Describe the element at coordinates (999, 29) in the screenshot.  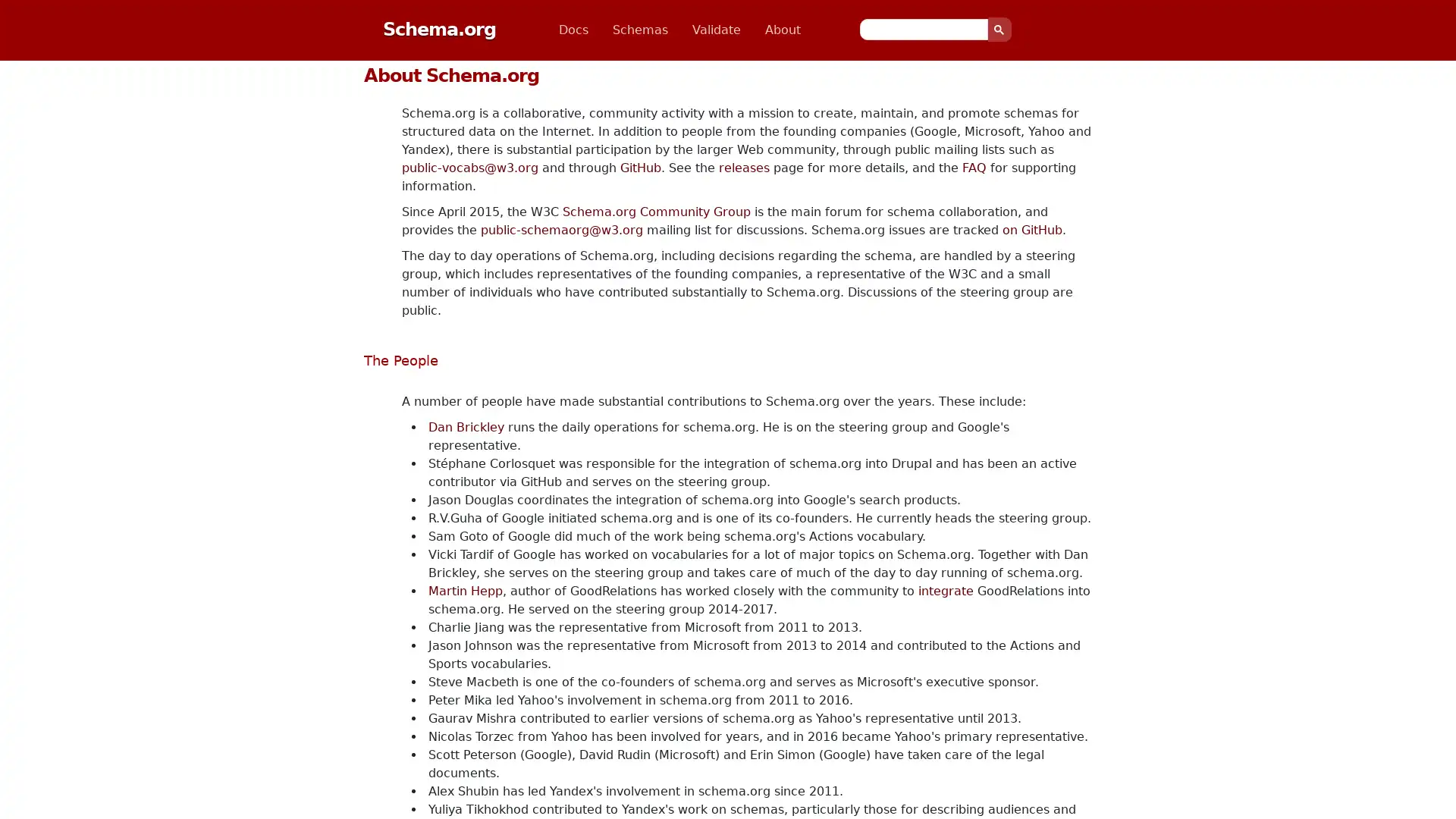
I see `search` at that location.